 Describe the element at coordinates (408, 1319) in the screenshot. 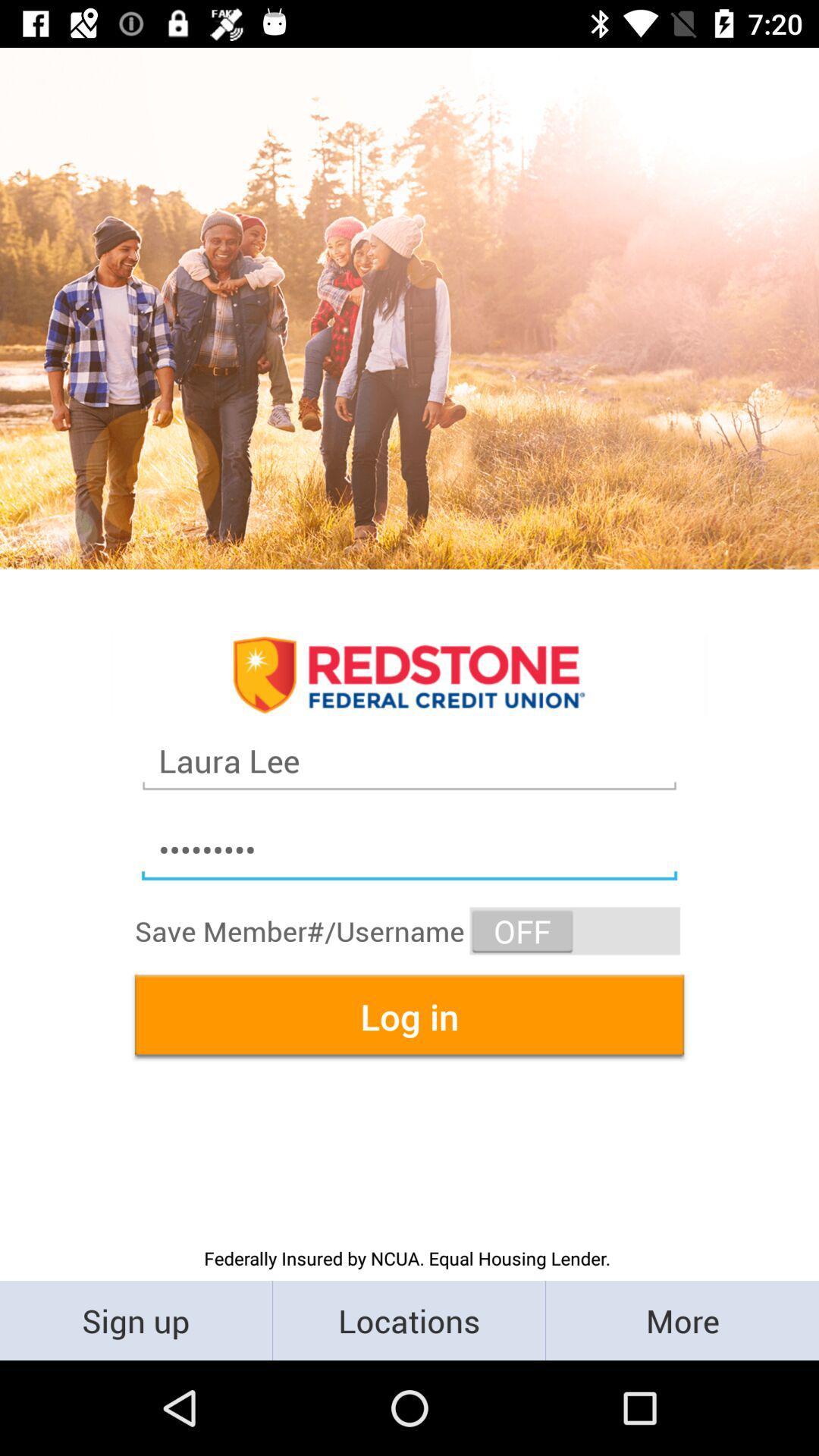

I see `the locations item` at that location.